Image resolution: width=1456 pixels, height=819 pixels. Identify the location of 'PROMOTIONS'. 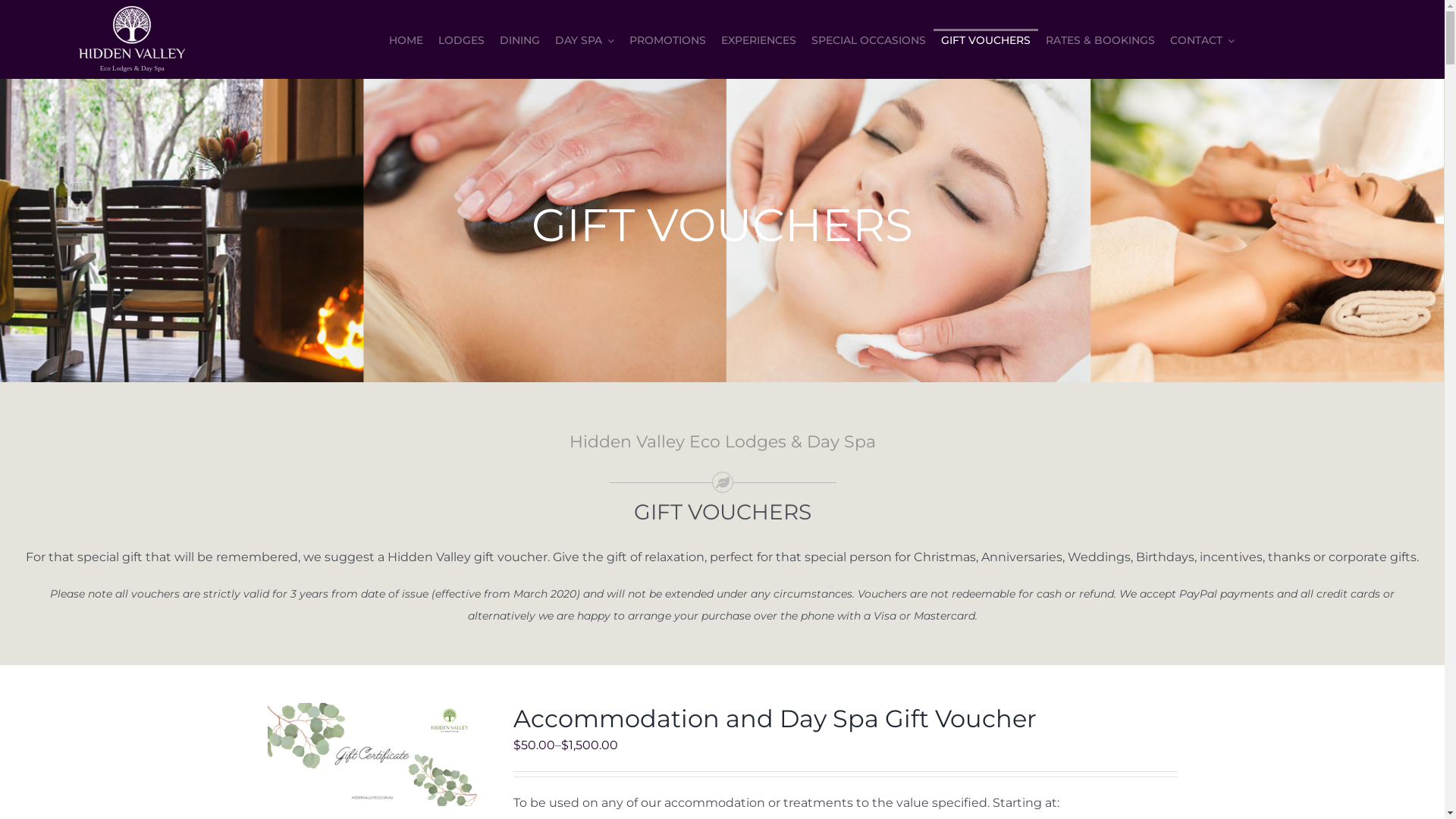
(622, 38).